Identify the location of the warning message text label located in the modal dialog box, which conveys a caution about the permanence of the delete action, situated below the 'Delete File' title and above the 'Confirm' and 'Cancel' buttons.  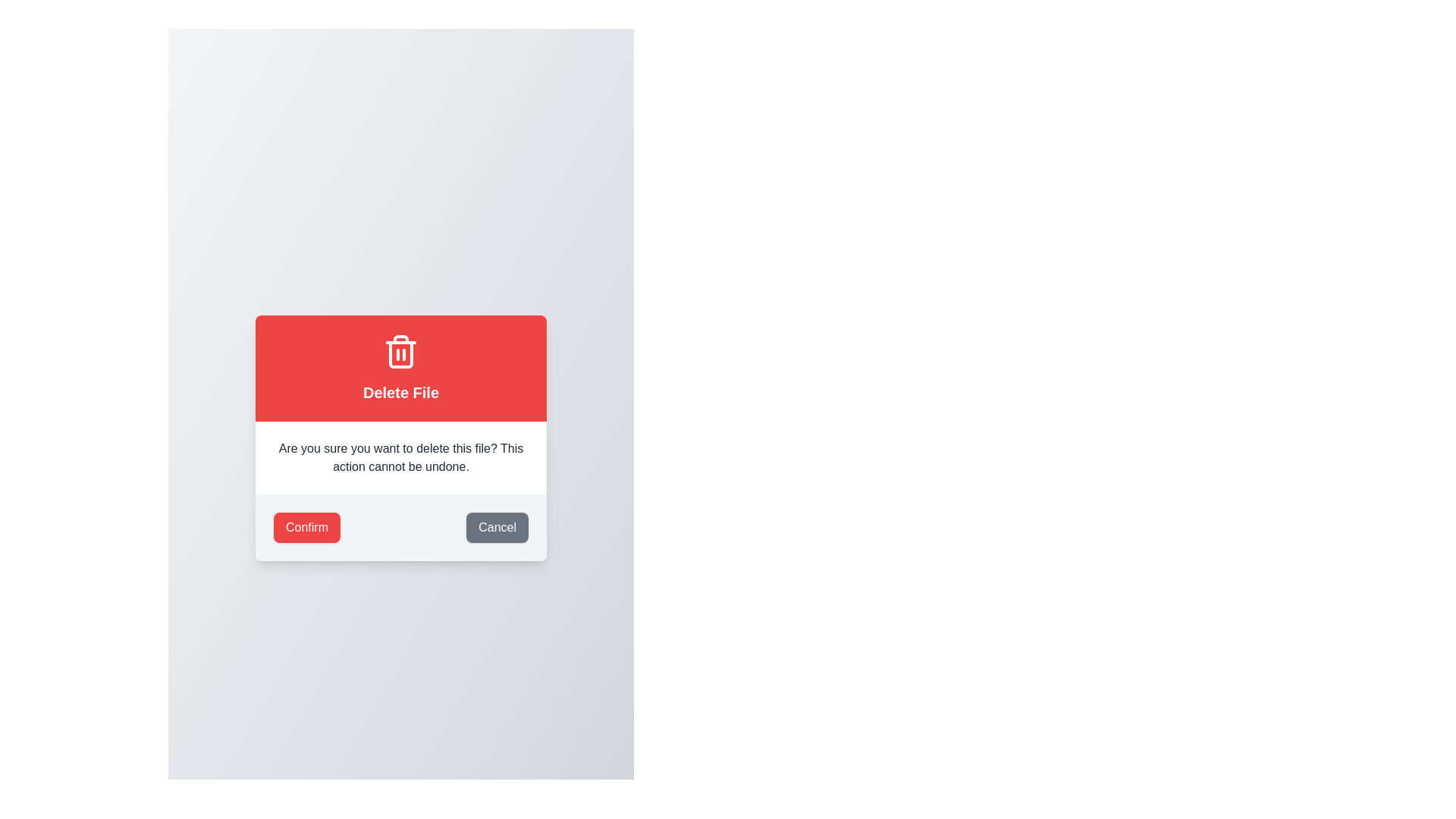
(400, 457).